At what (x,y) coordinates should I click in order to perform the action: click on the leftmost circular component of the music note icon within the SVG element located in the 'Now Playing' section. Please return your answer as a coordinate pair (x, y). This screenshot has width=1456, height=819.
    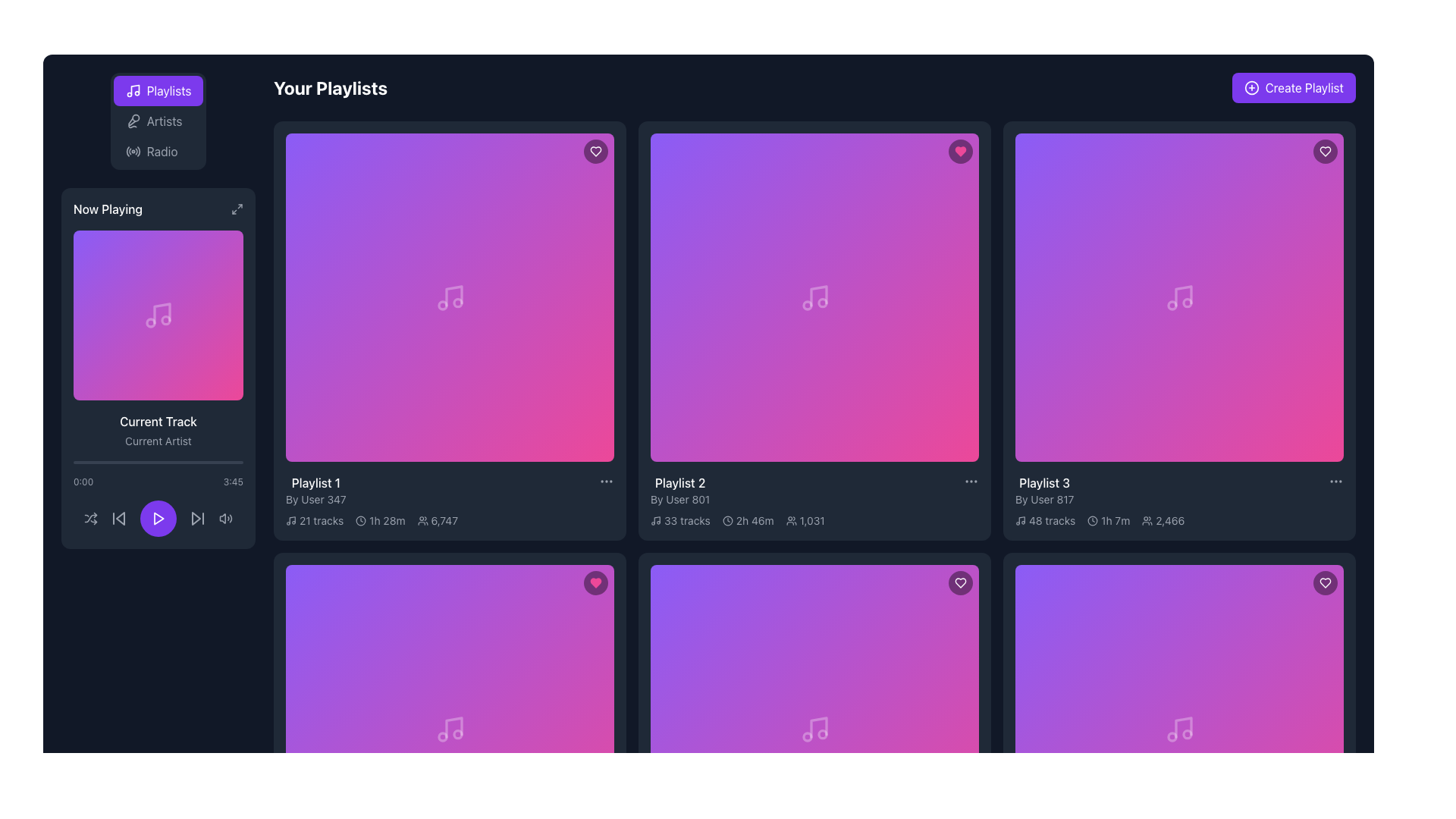
    Looking at the image, I should click on (150, 322).